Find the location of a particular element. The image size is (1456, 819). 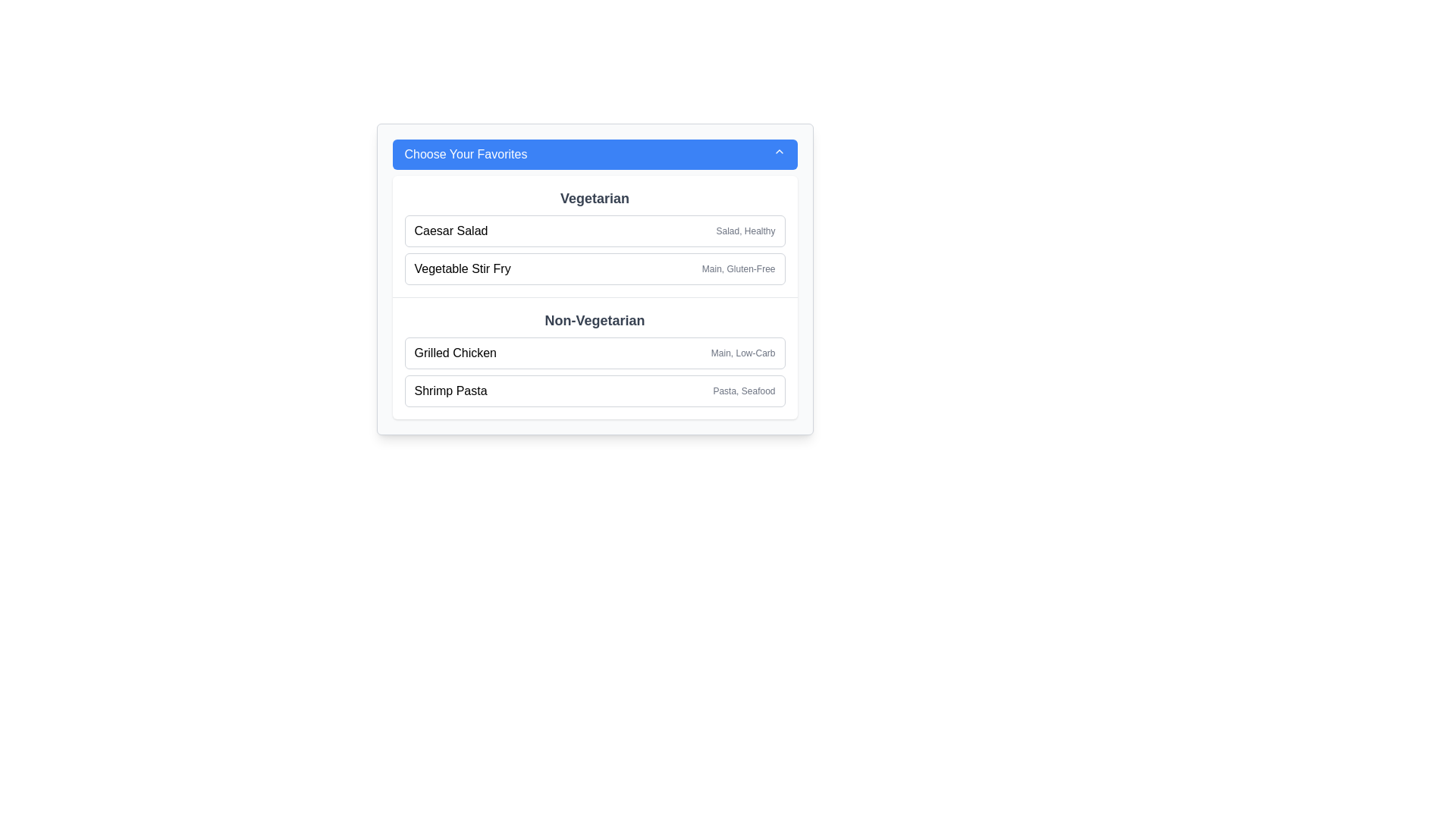

the informational text label displaying 'Pasta, Seafood' is located at coordinates (744, 391).